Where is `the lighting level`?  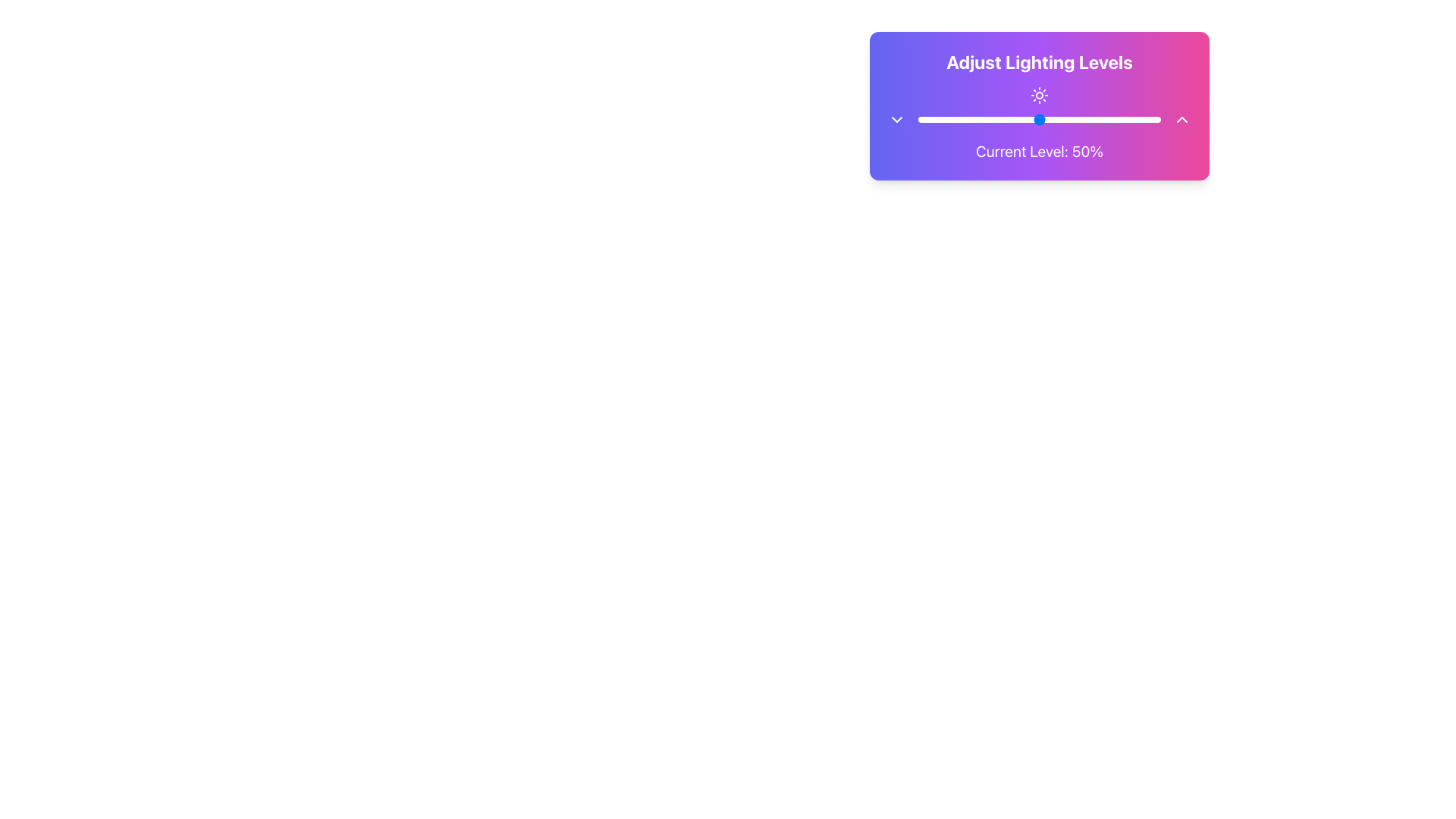 the lighting level is located at coordinates (961, 119).